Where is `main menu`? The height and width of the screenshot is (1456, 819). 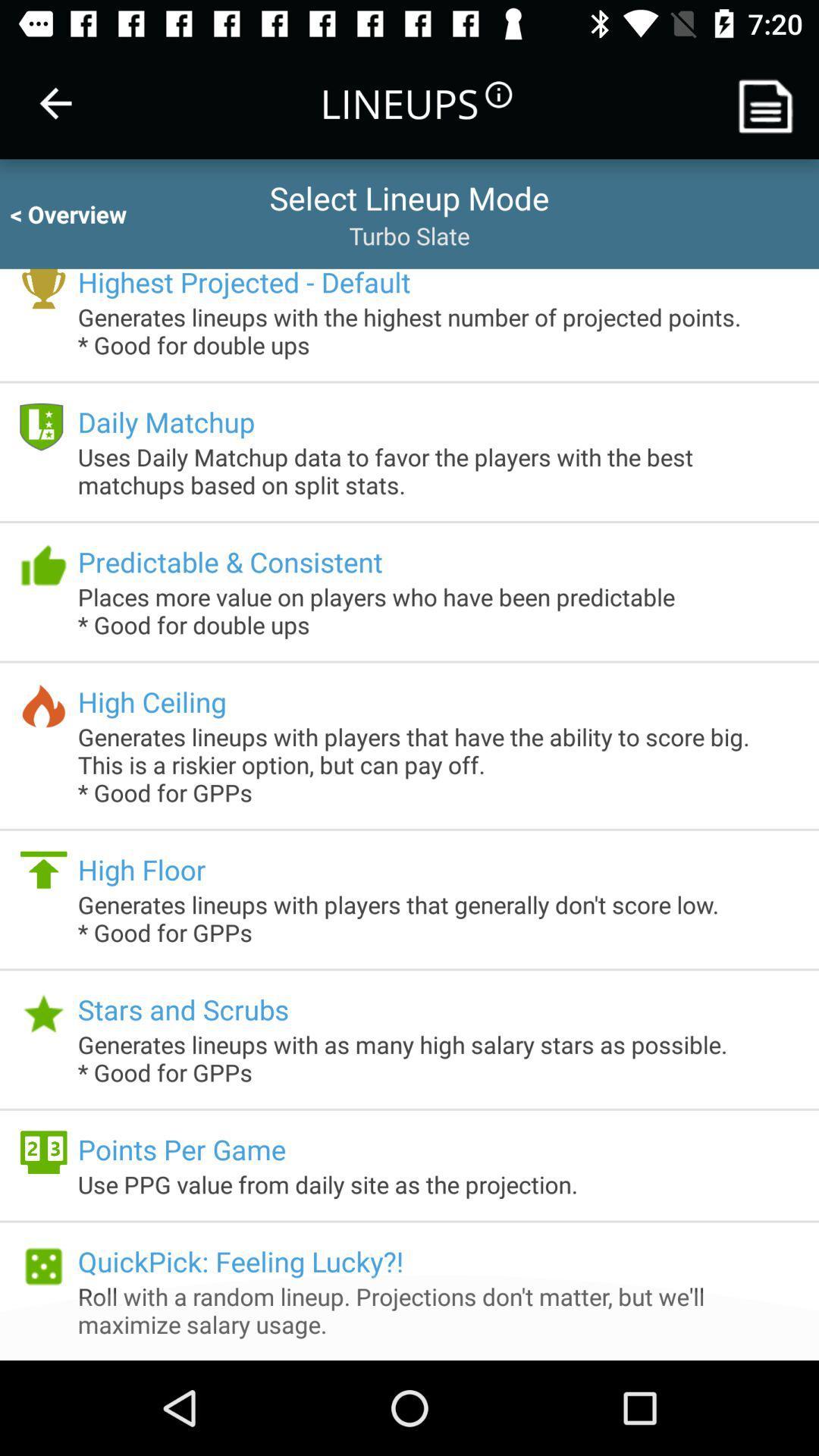 main menu is located at coordinates (771, 102).